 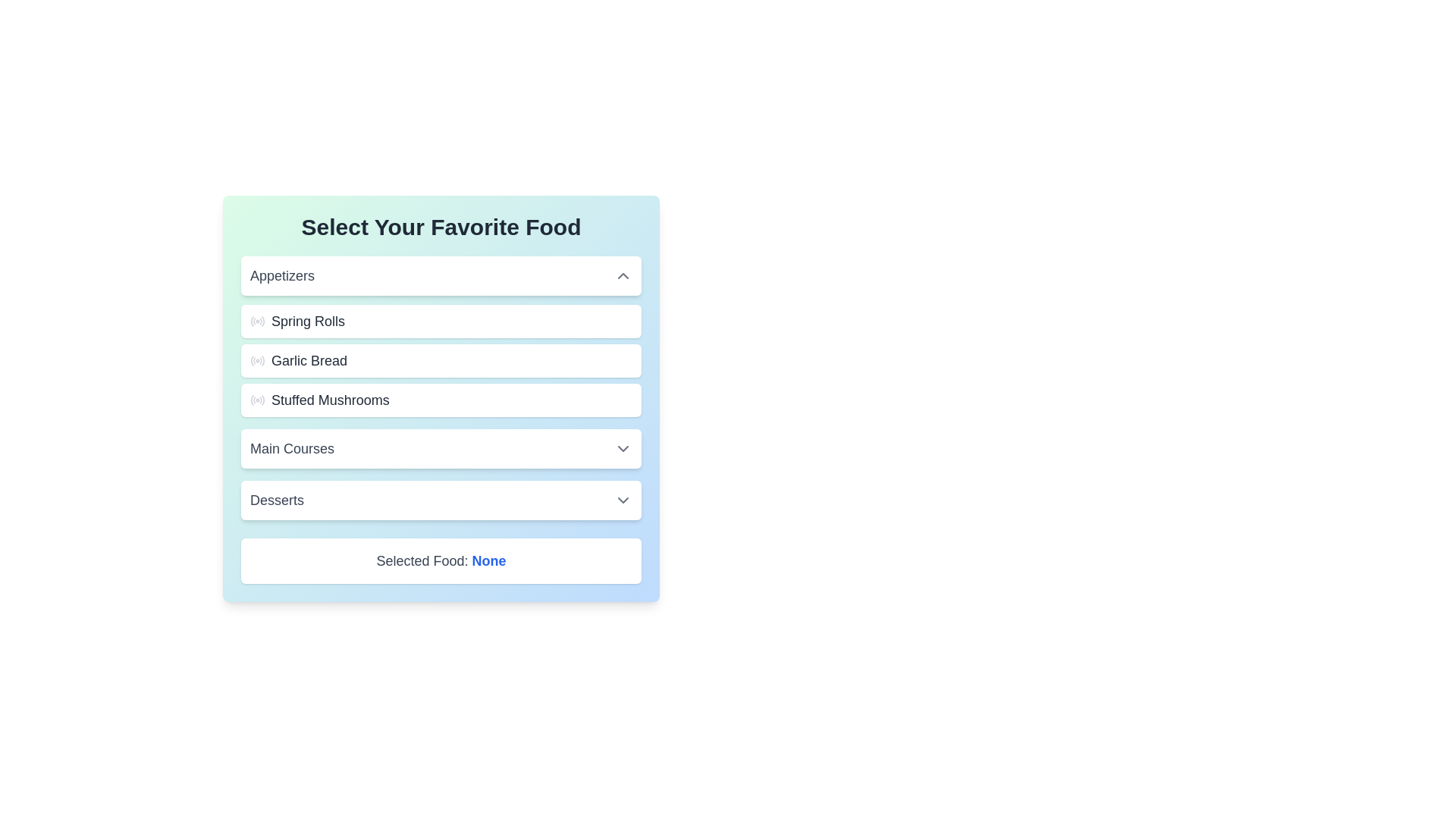 What do you see at coordinates (258, 400) in the screenshot?
I see `the circular radio button icon at the beginning of the third row in the food selection panel` at bounding box center [258, 400].